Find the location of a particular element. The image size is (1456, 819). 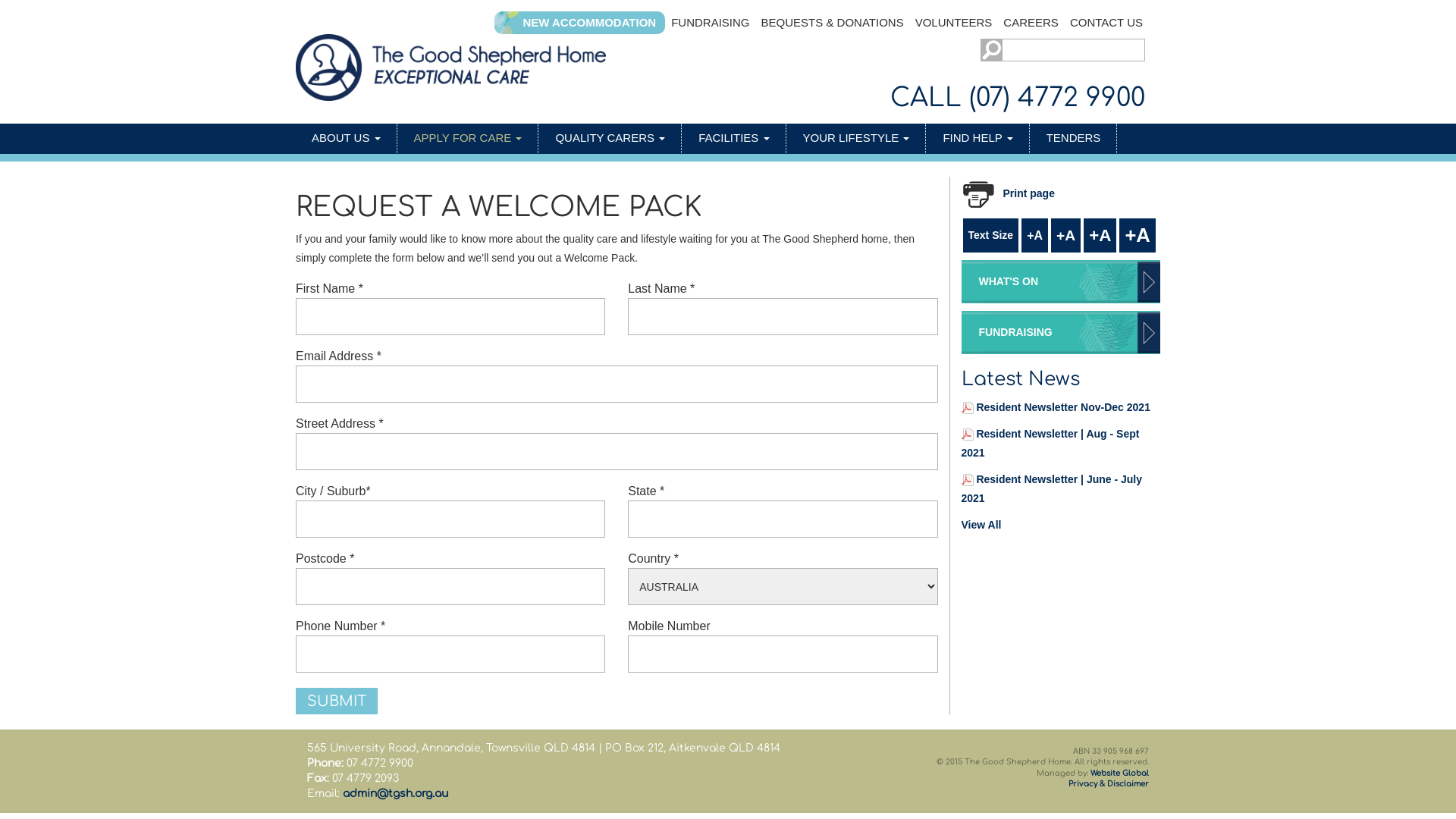

'+A' is located at coordinates (1065, 235).